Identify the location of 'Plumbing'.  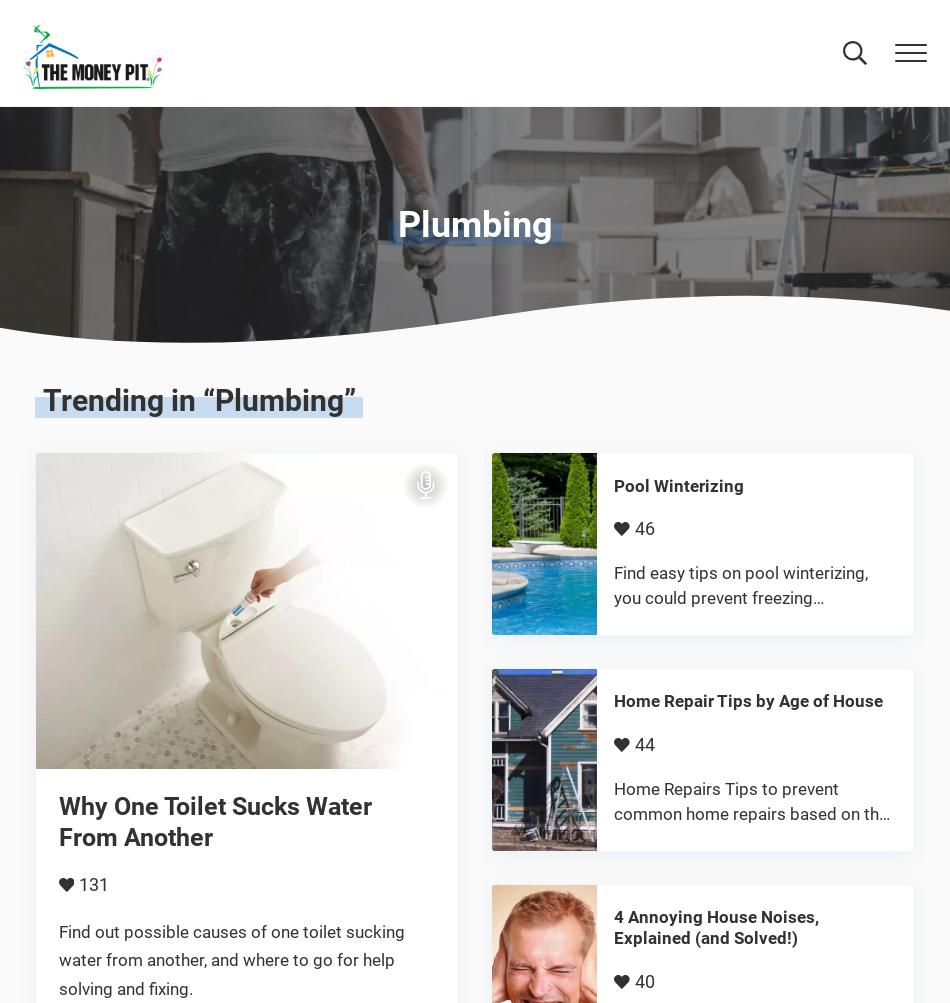
(473, 224).